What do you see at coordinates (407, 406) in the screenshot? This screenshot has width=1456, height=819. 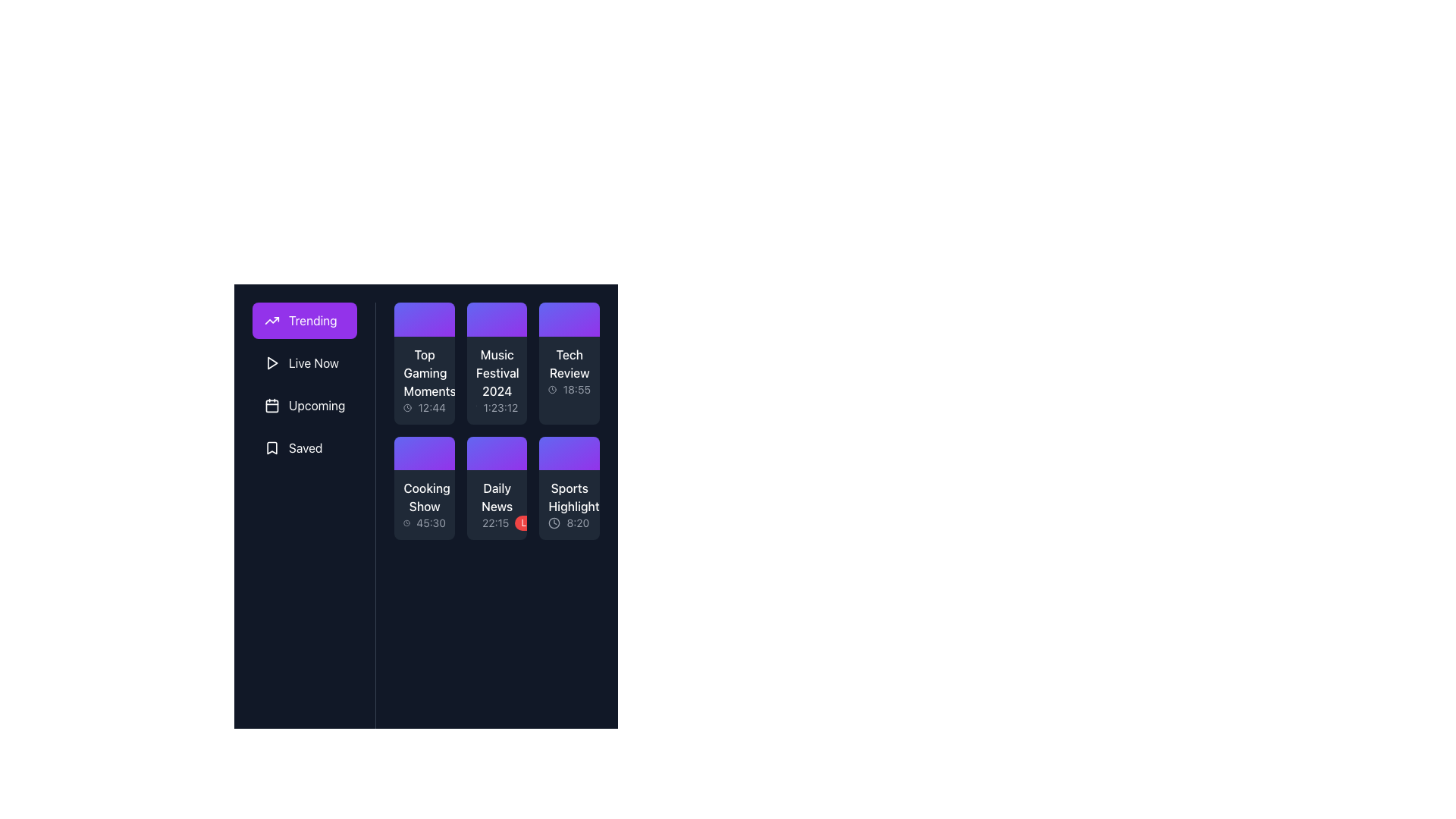 I see `the clock icon, which is characterized by a circular outline and two hands, located to the left of the text '12:44' in the 'Trending' panel under 'Top Gaming Moments'` at bounding box center [407, 406].